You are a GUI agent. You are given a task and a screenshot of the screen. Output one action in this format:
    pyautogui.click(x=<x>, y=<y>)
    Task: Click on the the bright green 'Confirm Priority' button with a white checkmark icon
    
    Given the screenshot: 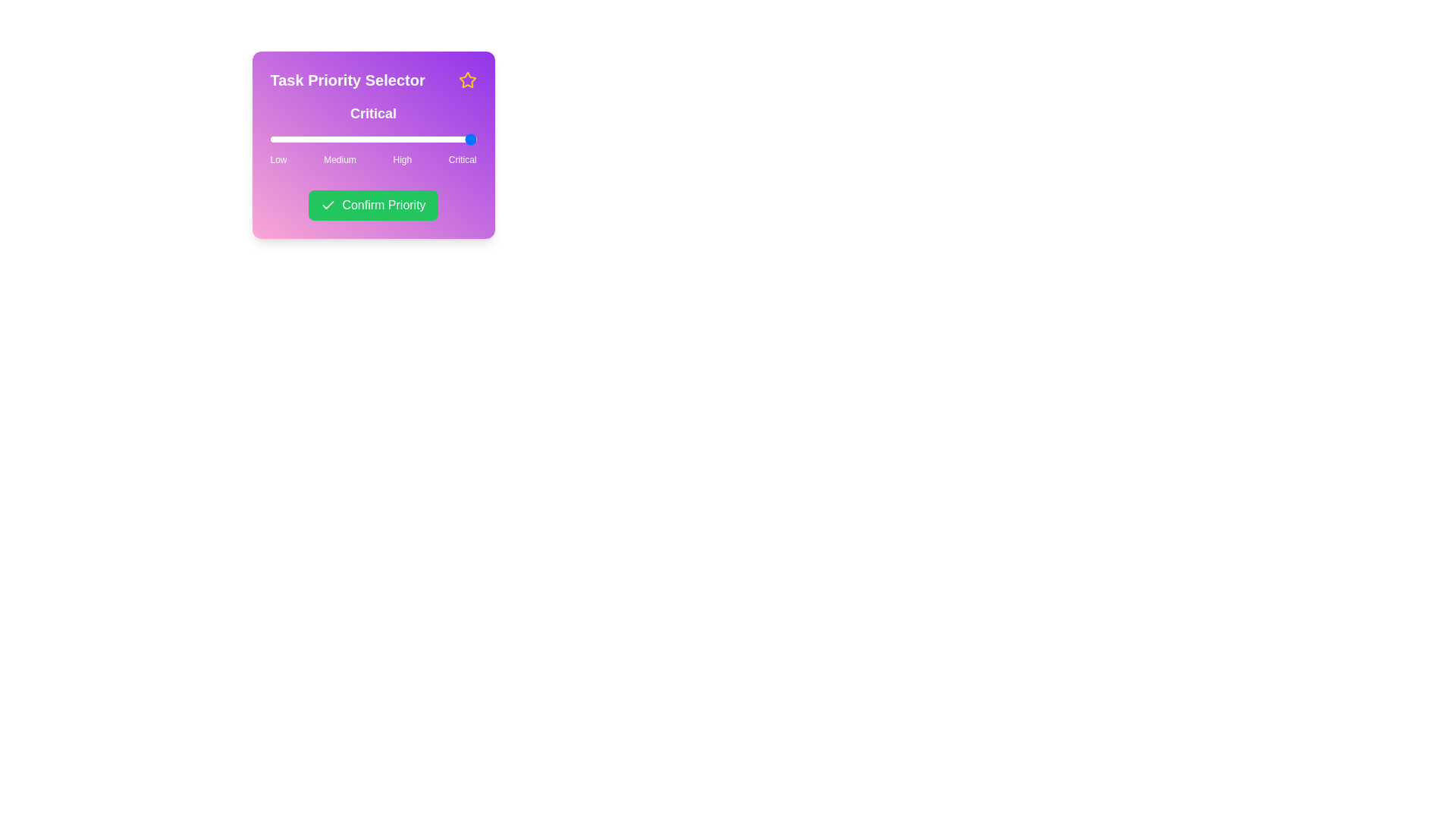 What is the action you would take?
    pyautogui.click(x=373, y=205)
    